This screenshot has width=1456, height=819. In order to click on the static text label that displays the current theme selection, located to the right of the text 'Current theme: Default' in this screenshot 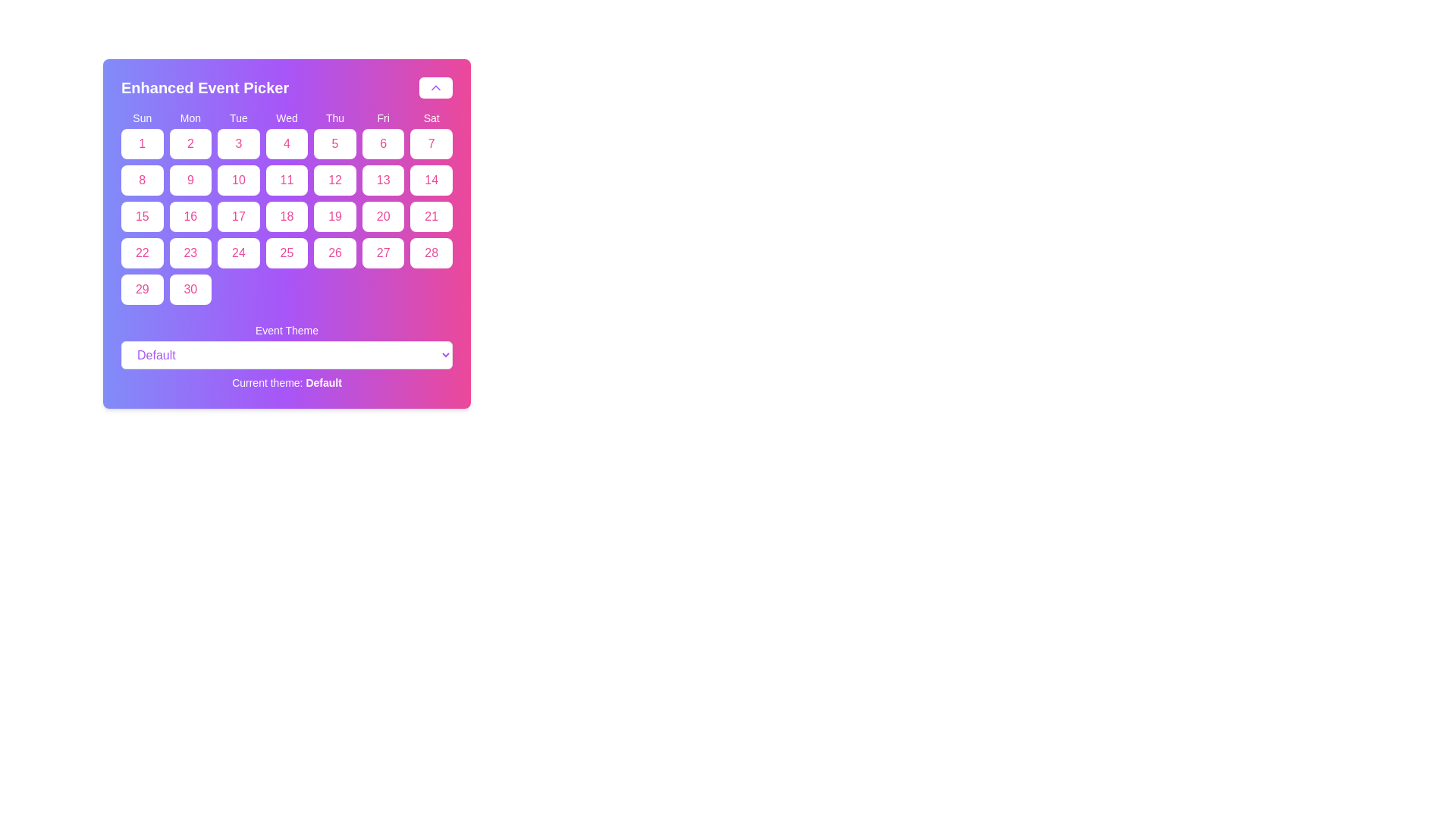, I will do `click(323, 382)`.